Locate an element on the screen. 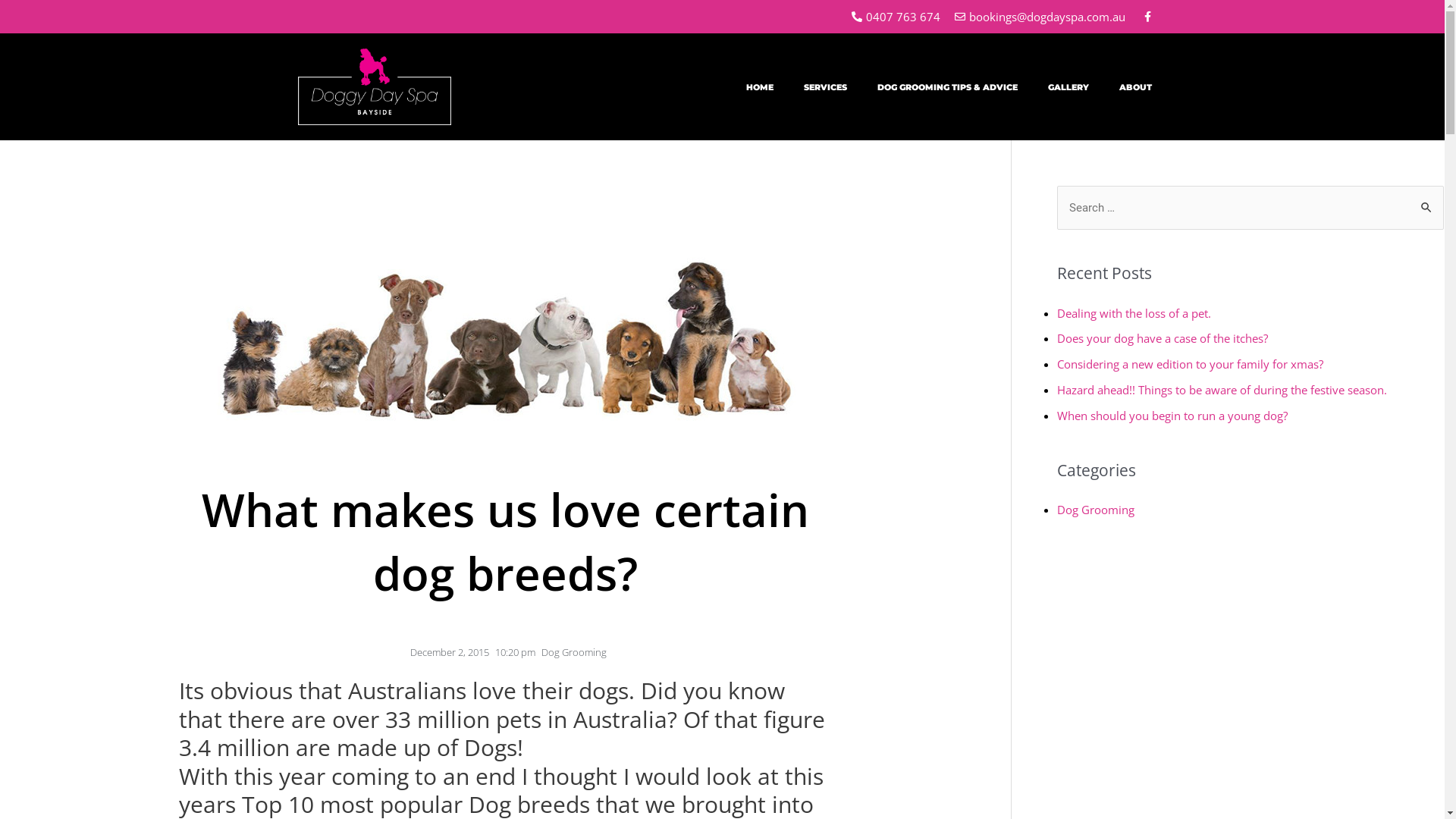  '0407 763 674' is located at coordinates (894, 17).